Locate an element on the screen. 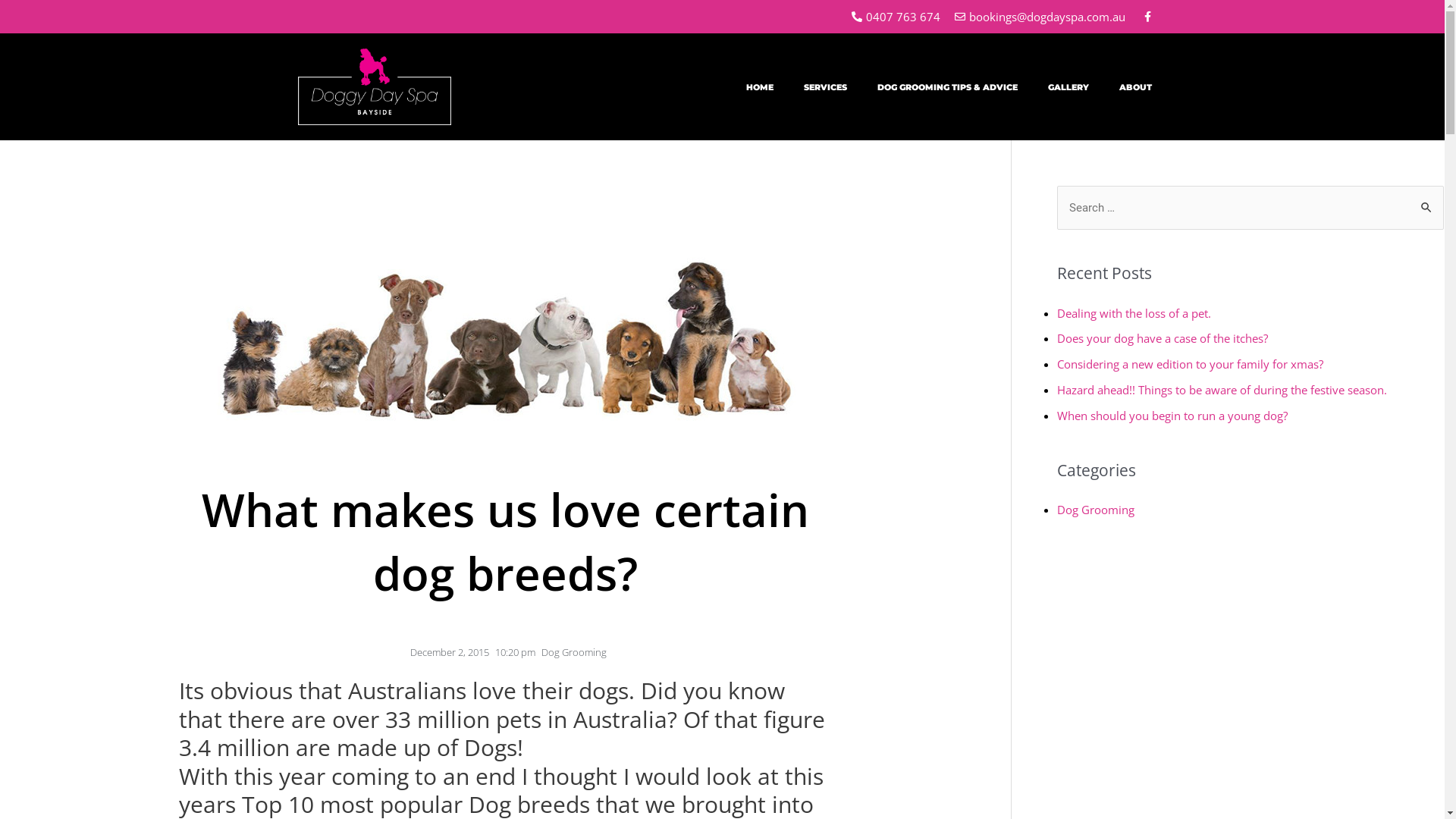  '0407 763 674' is located at coordinates (894, 17).